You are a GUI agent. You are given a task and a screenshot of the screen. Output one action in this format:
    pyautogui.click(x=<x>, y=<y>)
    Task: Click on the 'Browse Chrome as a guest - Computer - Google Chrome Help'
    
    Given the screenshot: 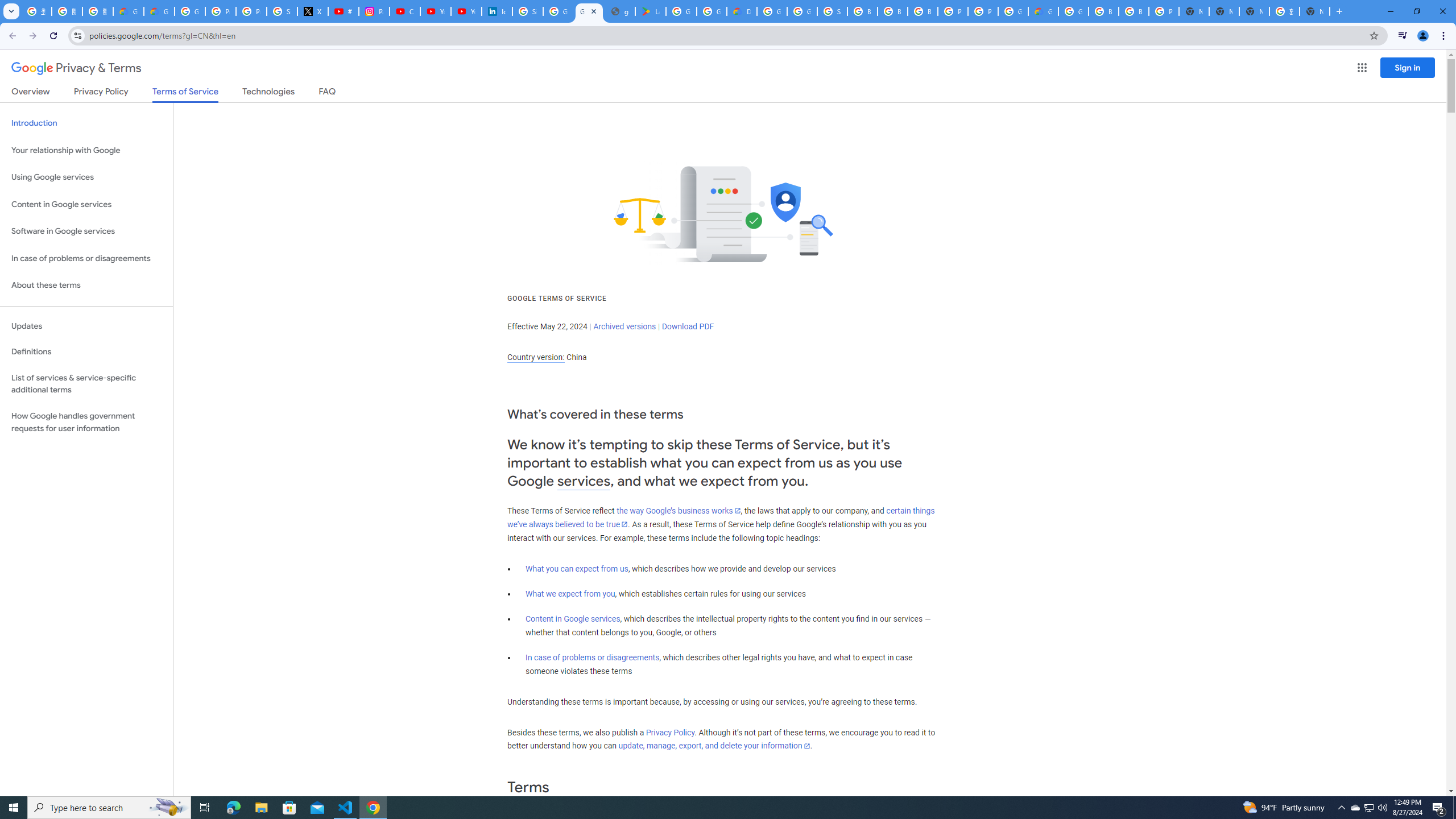 What is the action you would take?
    pyautogui.click(x=892, y=11)
    